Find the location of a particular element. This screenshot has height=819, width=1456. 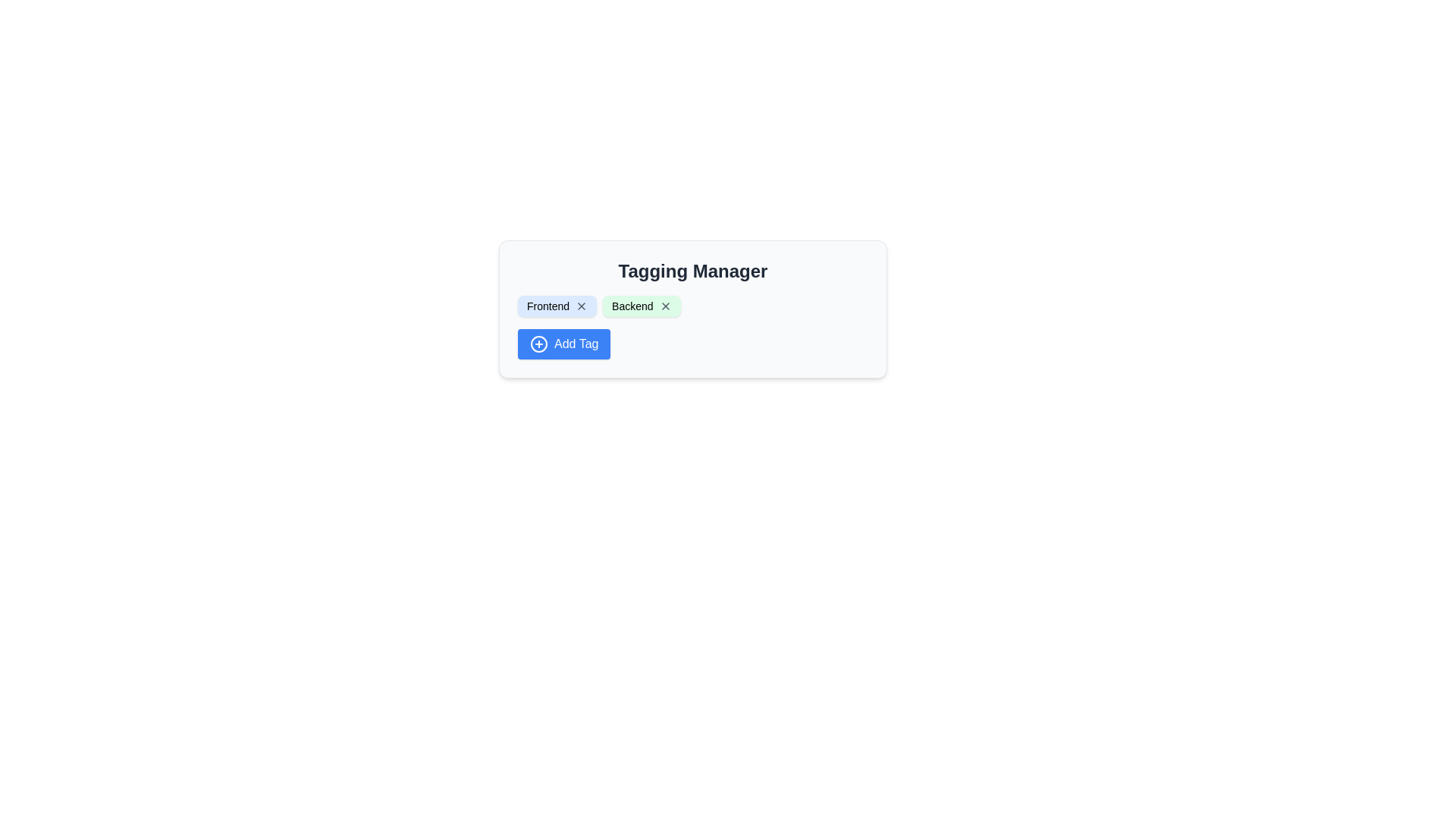

the button that allows users to remove or delete the associated tag labeled 'Backend', which is located on the right side of the 'Backend' label within a green rectangular tag is located at coordinates (665, 306).